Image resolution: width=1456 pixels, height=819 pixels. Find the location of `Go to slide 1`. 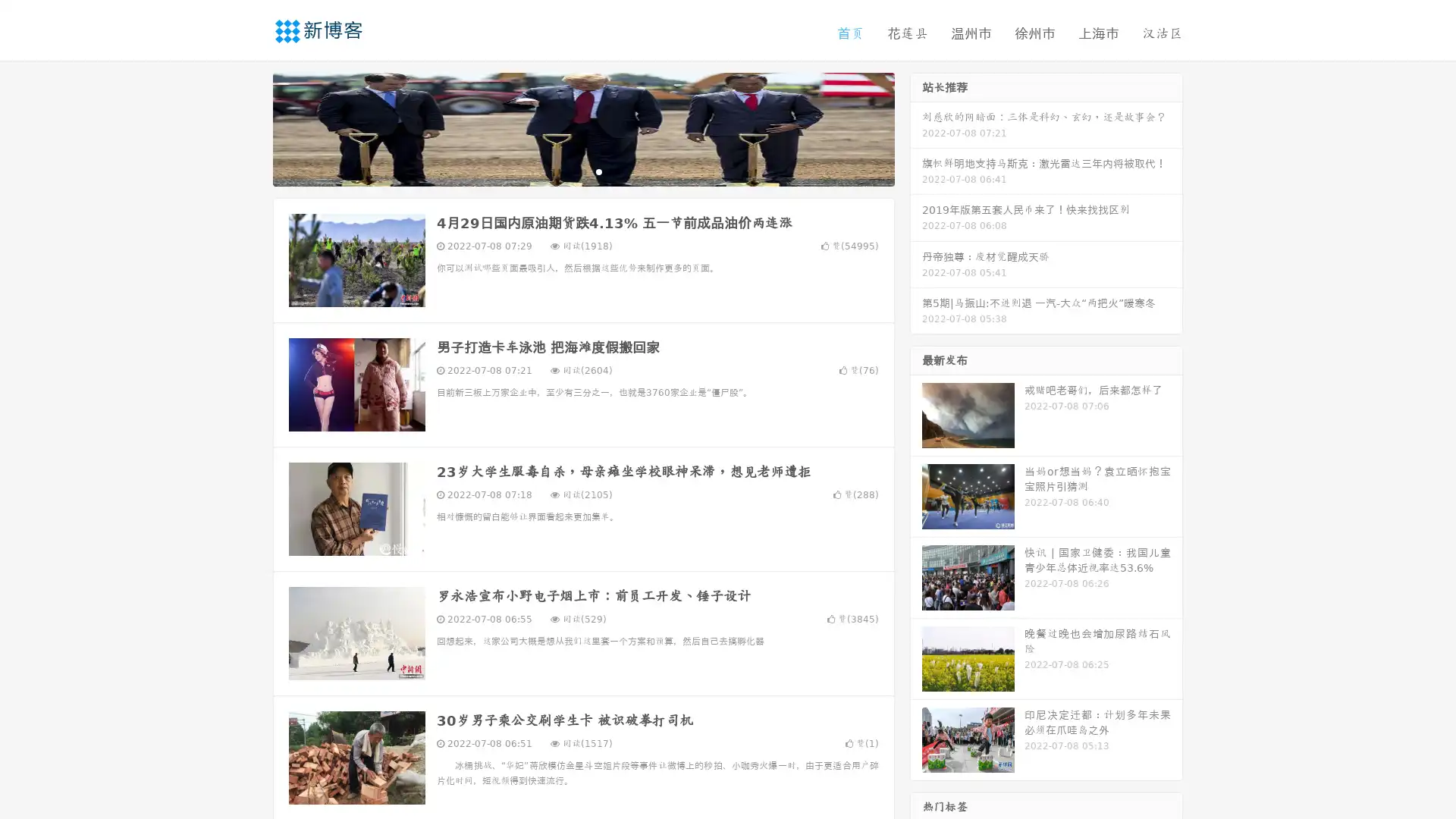

Go to slide 1 is located at coordinates (567, 171).